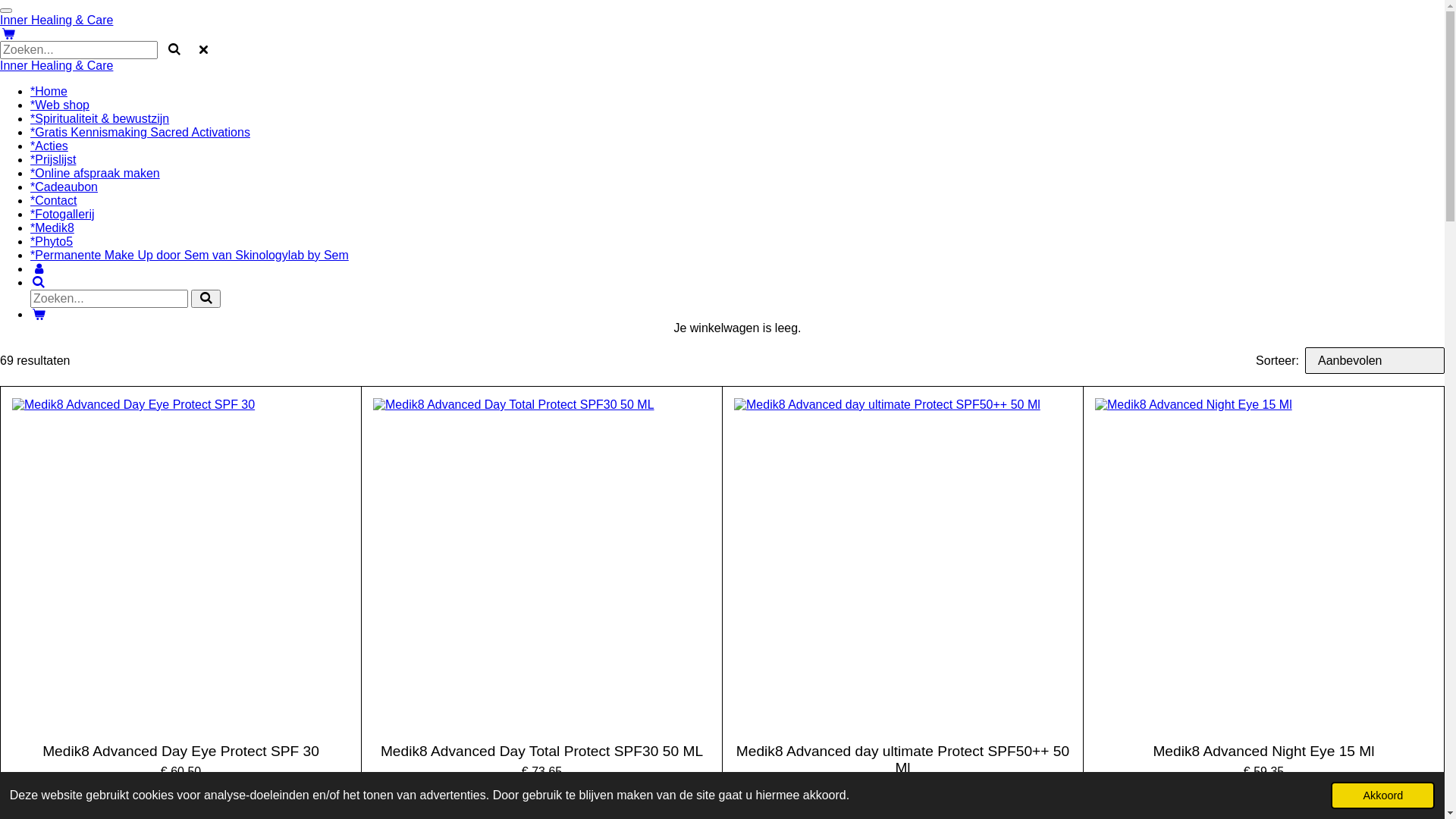 The width and height of the screenshot is (1456, 819). I want to click on 'Medik8 Advanced day ultimate Protect SPF50++ 50 Ml', so click(902, 760).